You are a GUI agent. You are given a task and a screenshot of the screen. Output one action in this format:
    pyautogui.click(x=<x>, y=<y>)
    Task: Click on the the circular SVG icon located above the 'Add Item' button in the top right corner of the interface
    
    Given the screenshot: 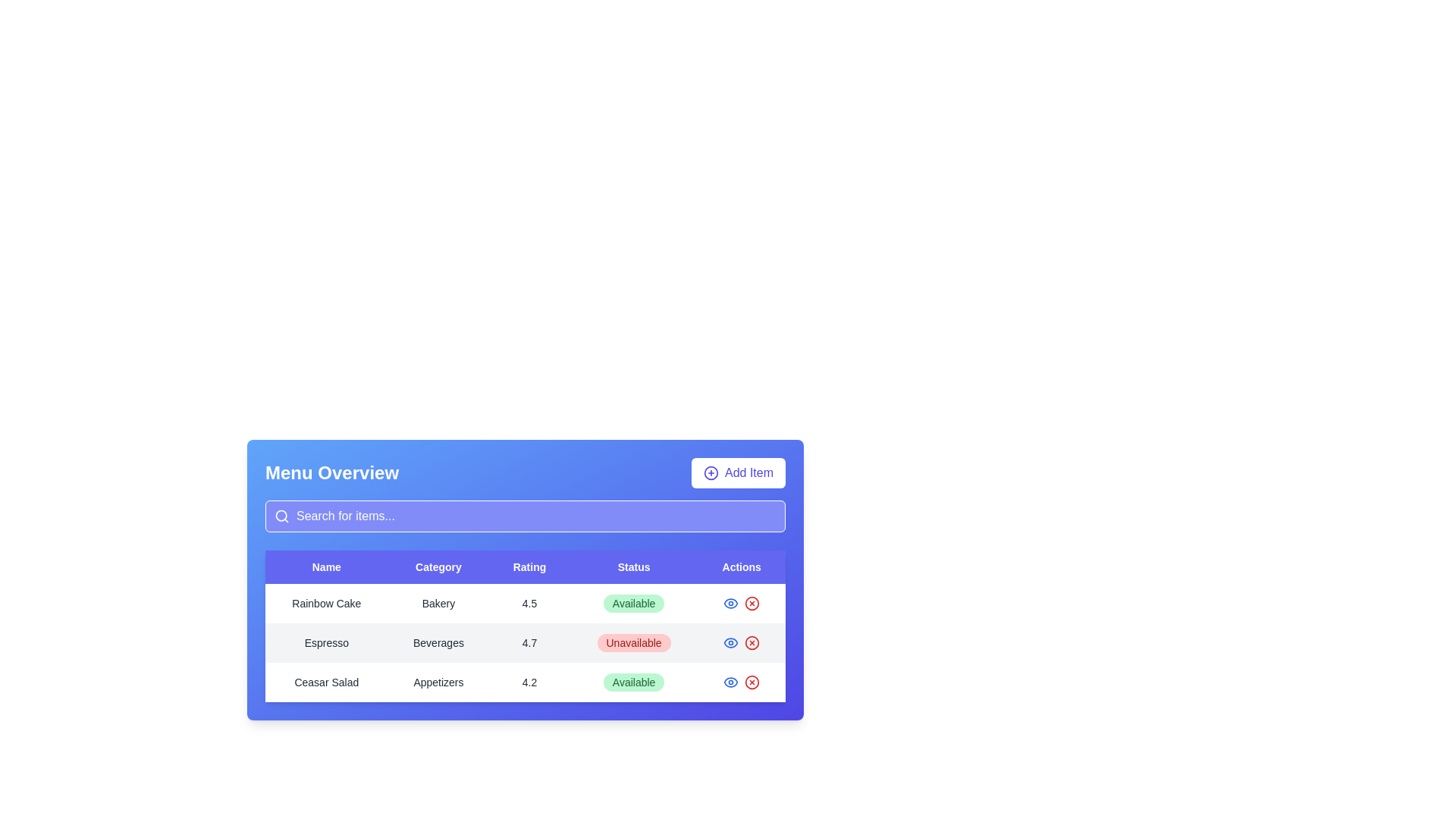 What is the action you would take?
    pyautogui.click(x=710, y=472)
    